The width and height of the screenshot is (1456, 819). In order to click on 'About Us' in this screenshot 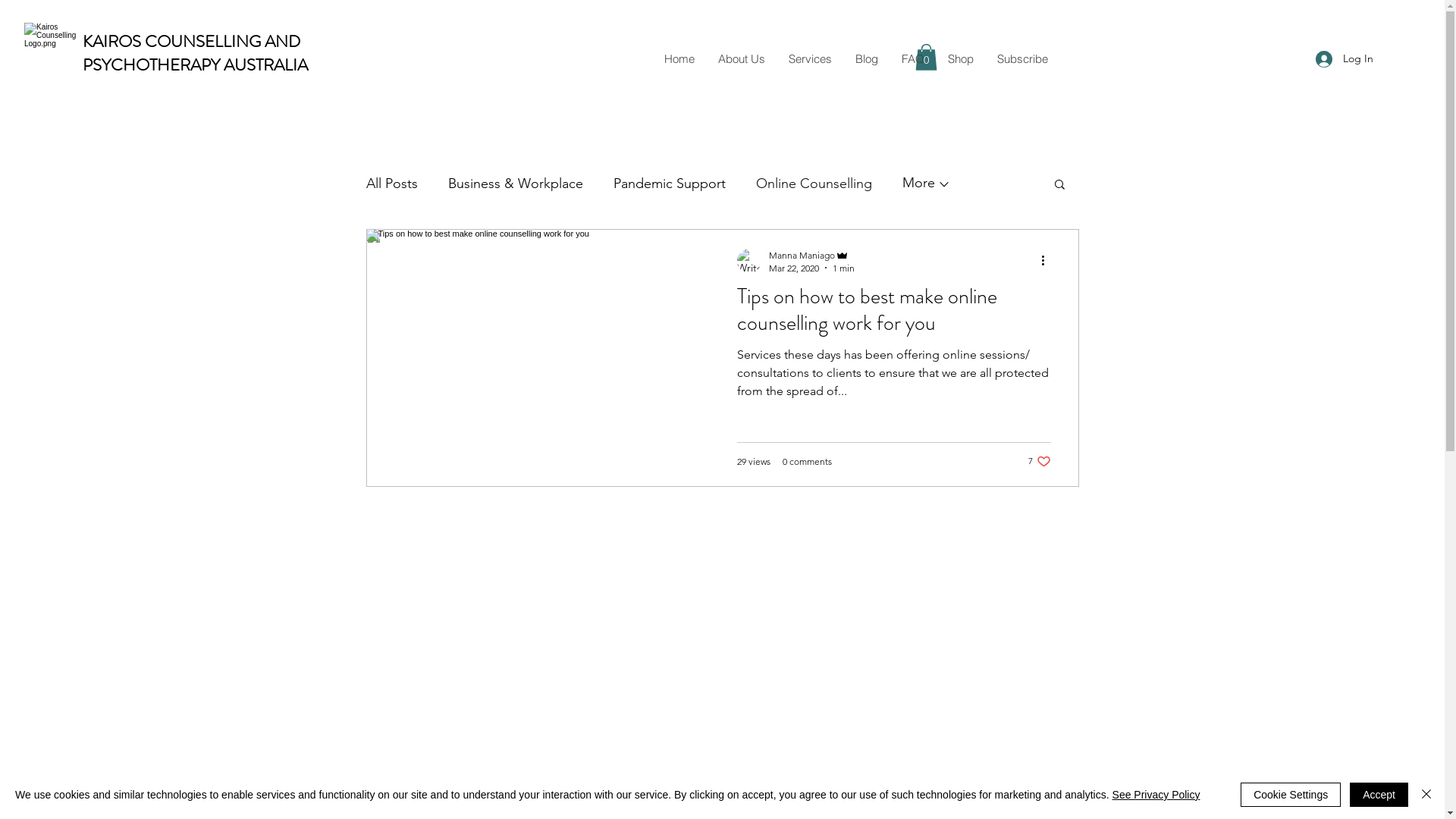, I will do `click(740, 58)`.